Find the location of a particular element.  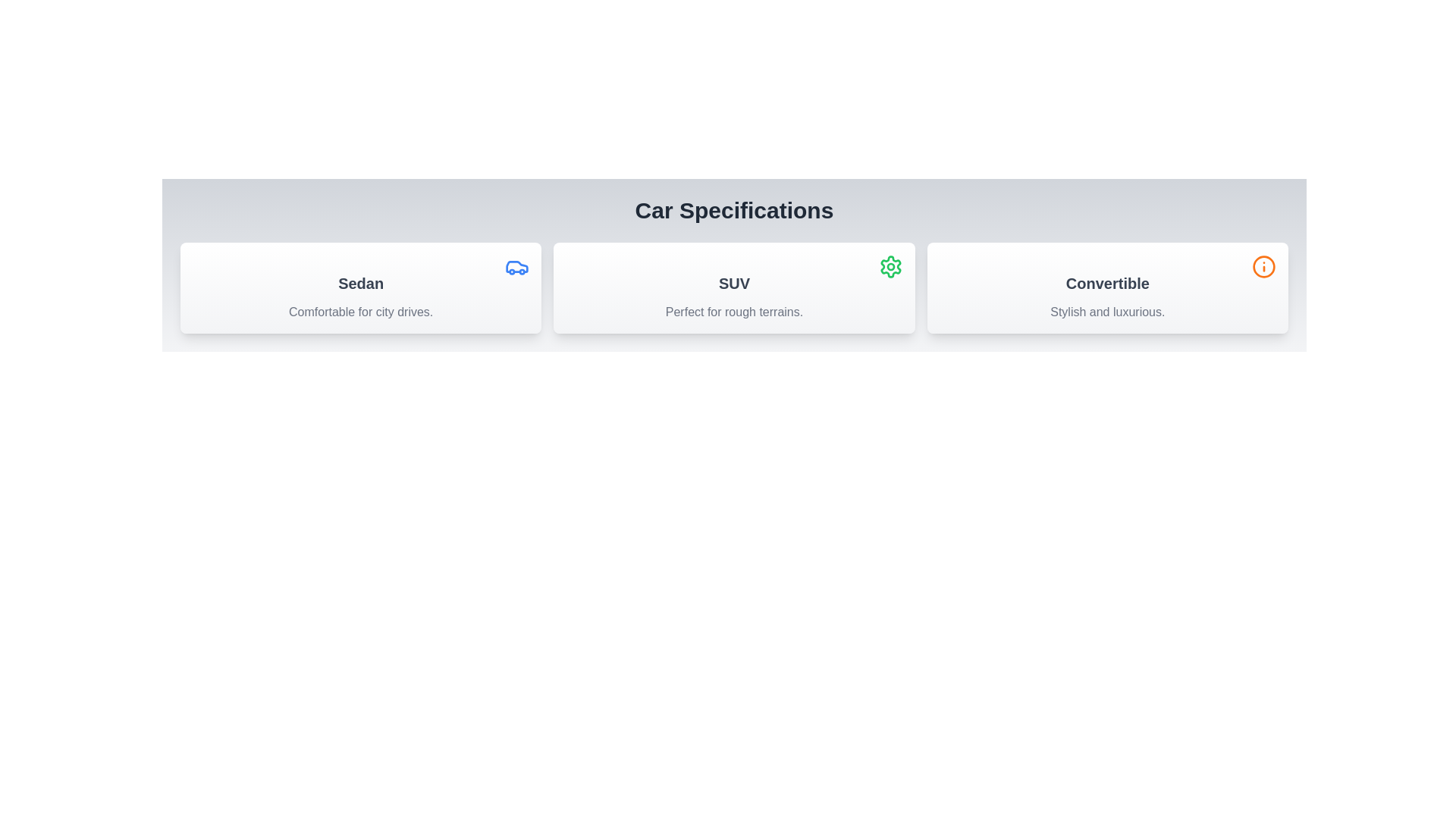

the Text Display element that provides a descriptive remark about the suitability of the Sedan, located directly beneath the 'Sedan' title and centrally positioned within the first card of a horizontal array of three cards is located at coordinates (360, 312).